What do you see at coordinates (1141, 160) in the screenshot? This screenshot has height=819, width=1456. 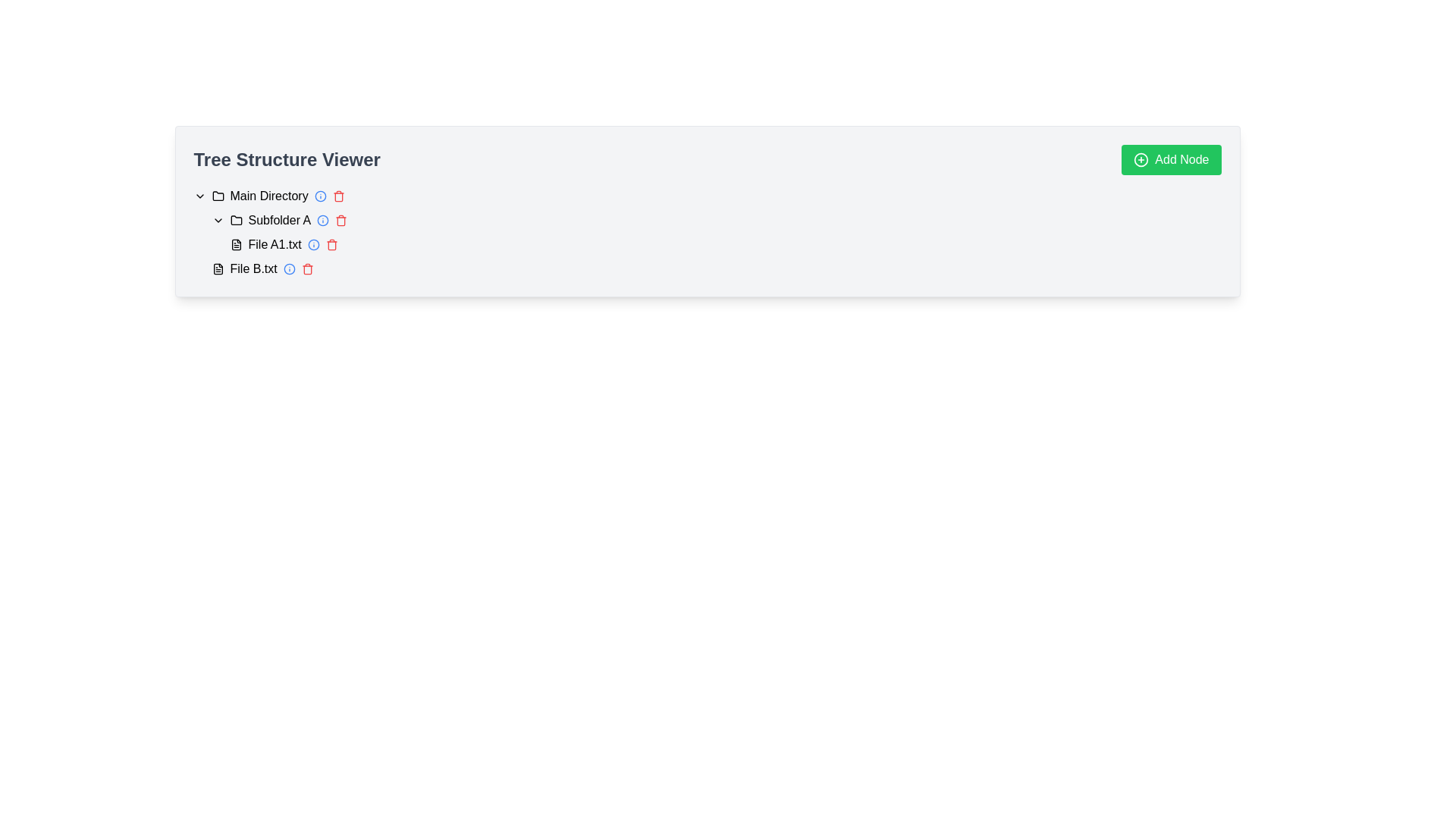 I see `the circular icon located within the green 'Add Node' button on the rightmost part of the interface` at bounding box center [1141, 160].